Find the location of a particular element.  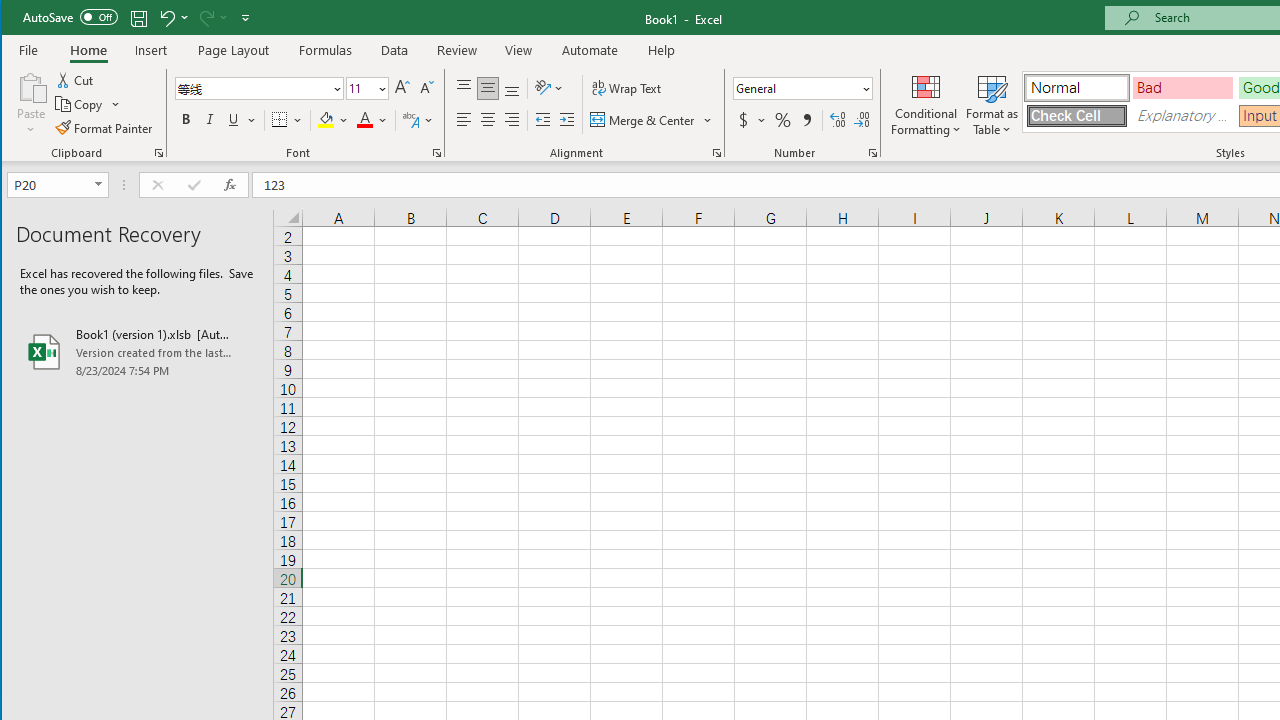

'Borders' is located at coordinates (286, 120).